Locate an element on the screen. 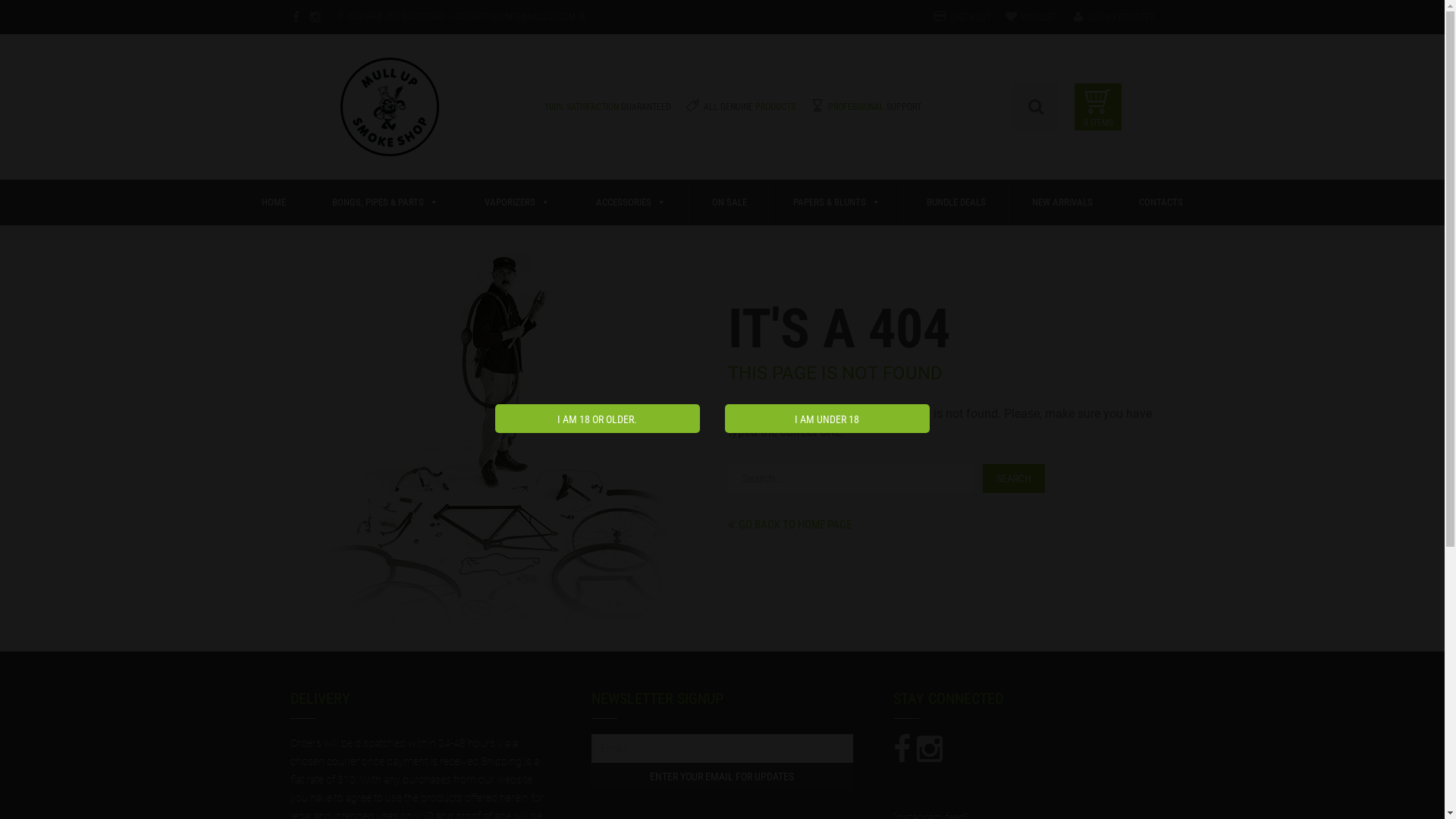  'VAPORIZERS' is located at coordinates (517, 201).